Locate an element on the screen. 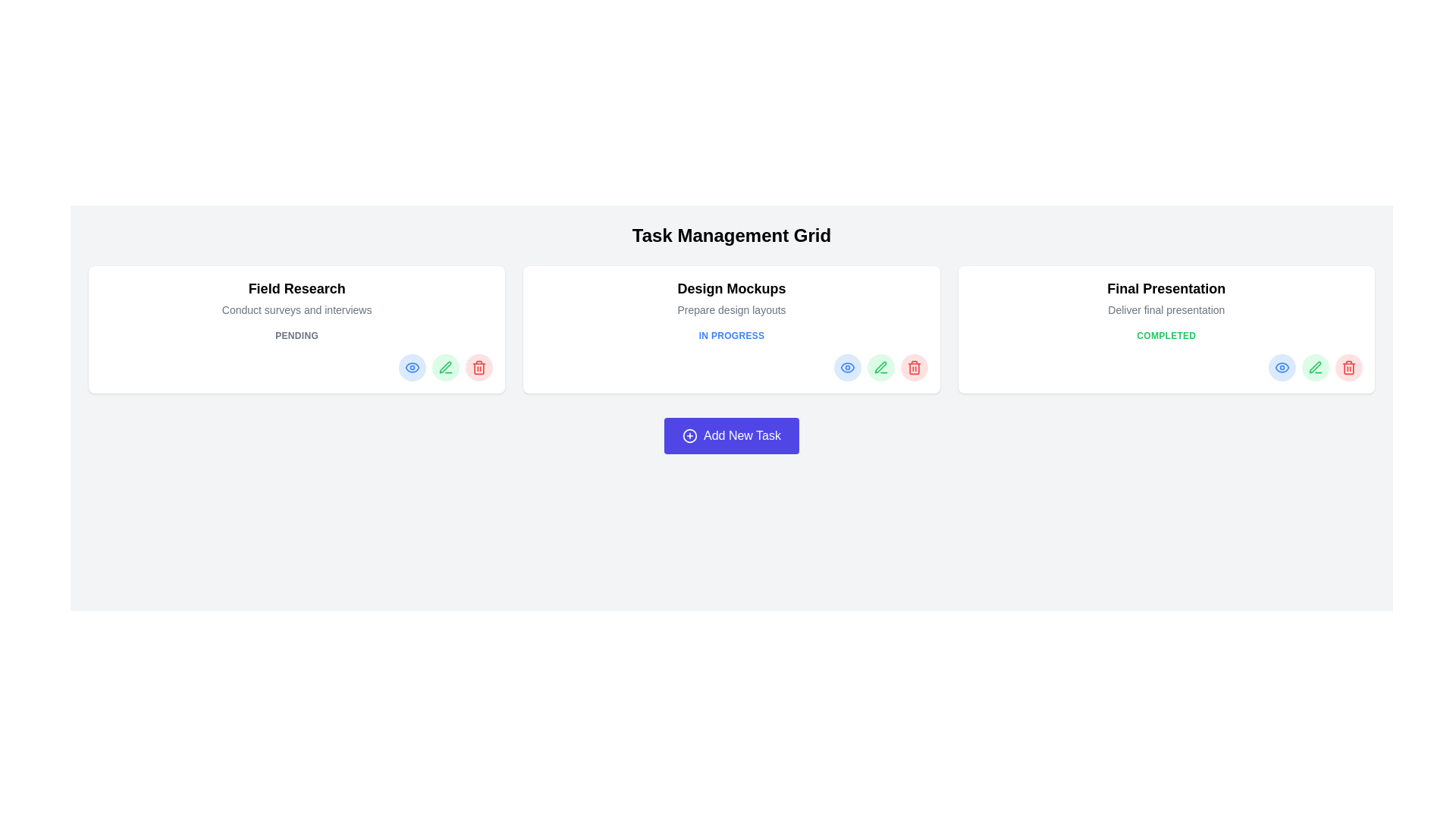 The height and width of the screenshot is (819, 1456). the delete button located at the bottom-right corner of the 'Field Research' card is located at coordinates (479, 368).